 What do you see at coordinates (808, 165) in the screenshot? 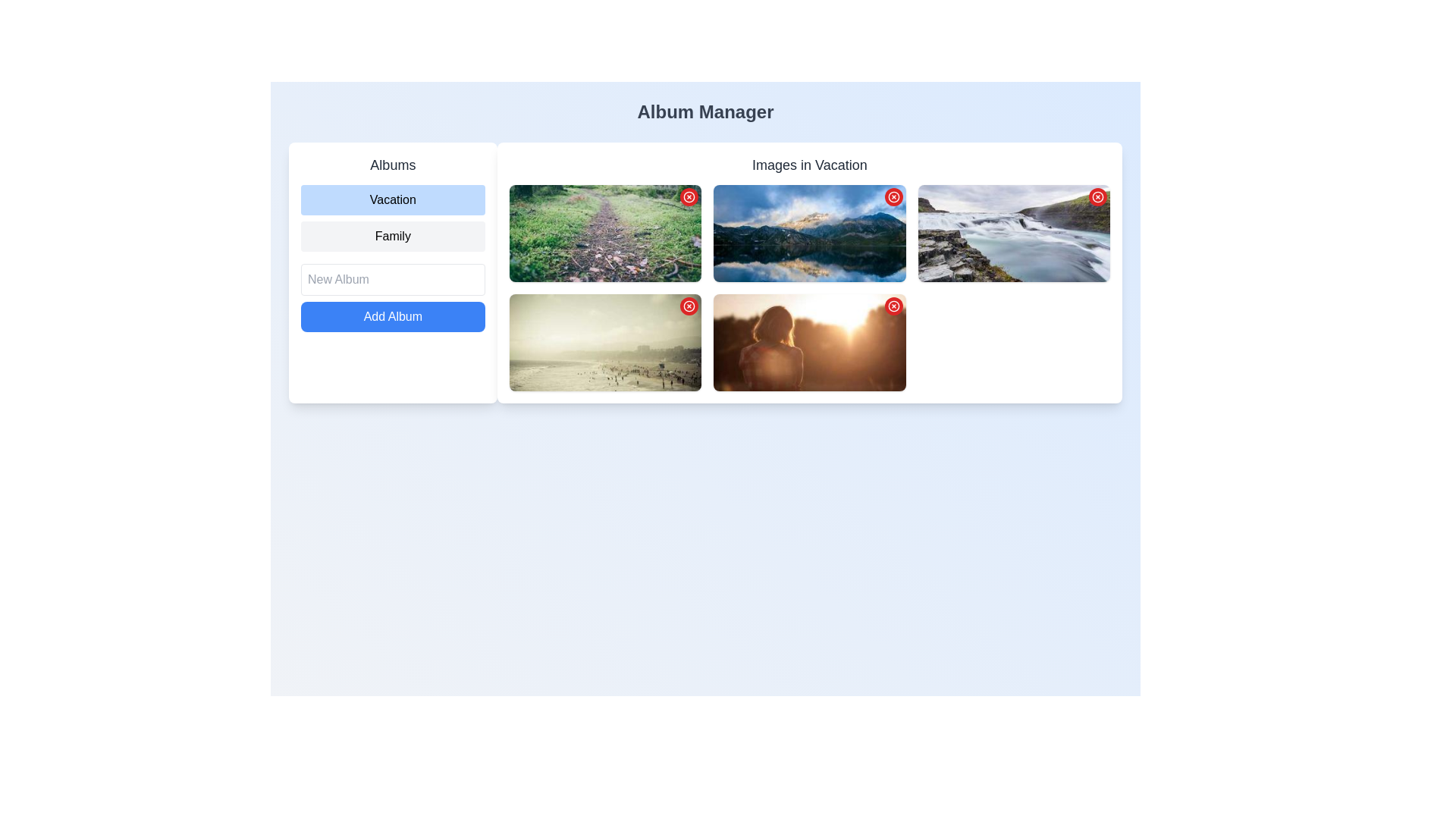
I see `the text label displaying 'Images in Vacation' which is centrally aligned above a grid of images` at bounding box center [808, 165].